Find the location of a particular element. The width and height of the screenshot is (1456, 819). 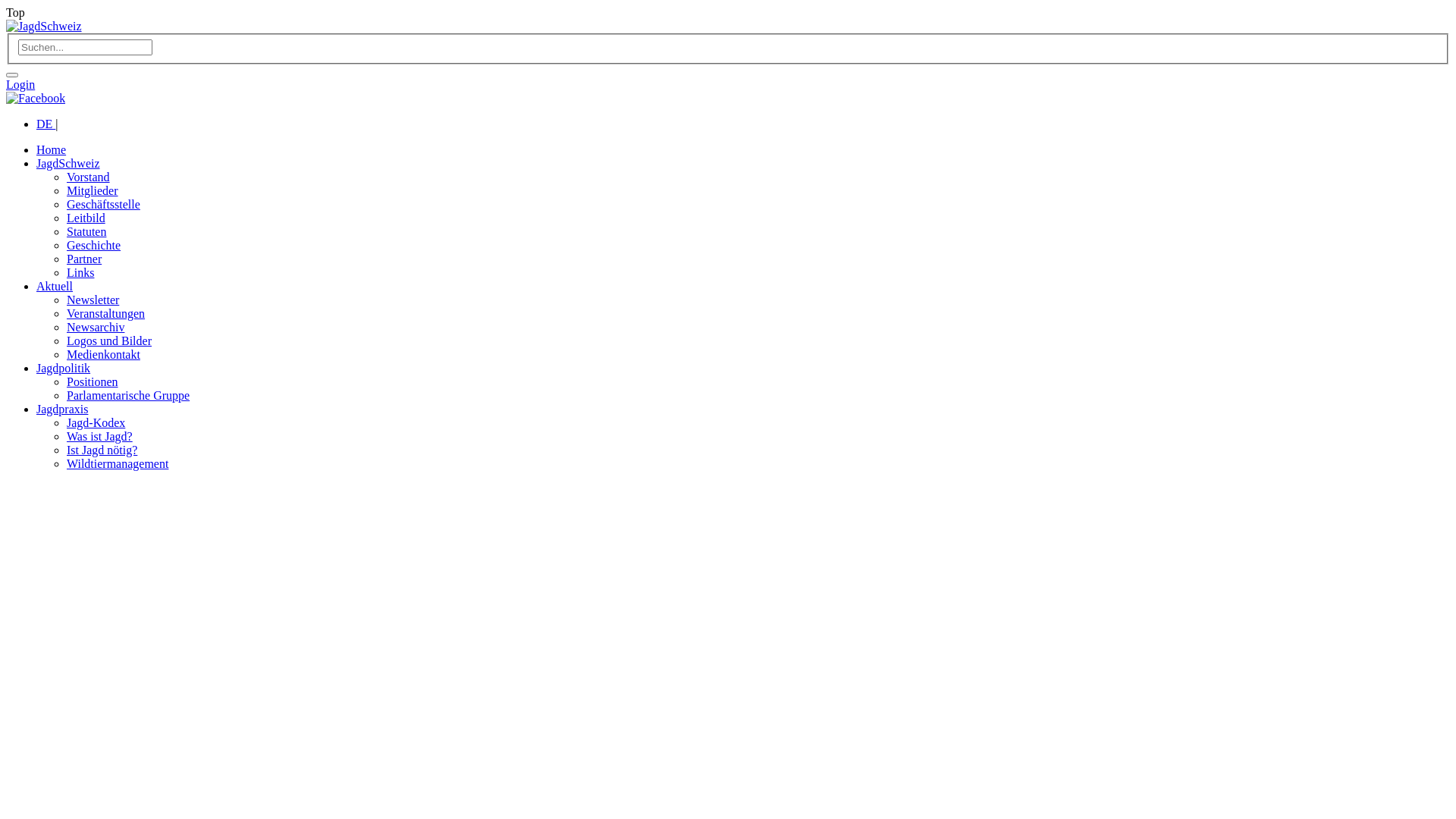

'Veranstaltungen' is located at coordinates (105, 312).